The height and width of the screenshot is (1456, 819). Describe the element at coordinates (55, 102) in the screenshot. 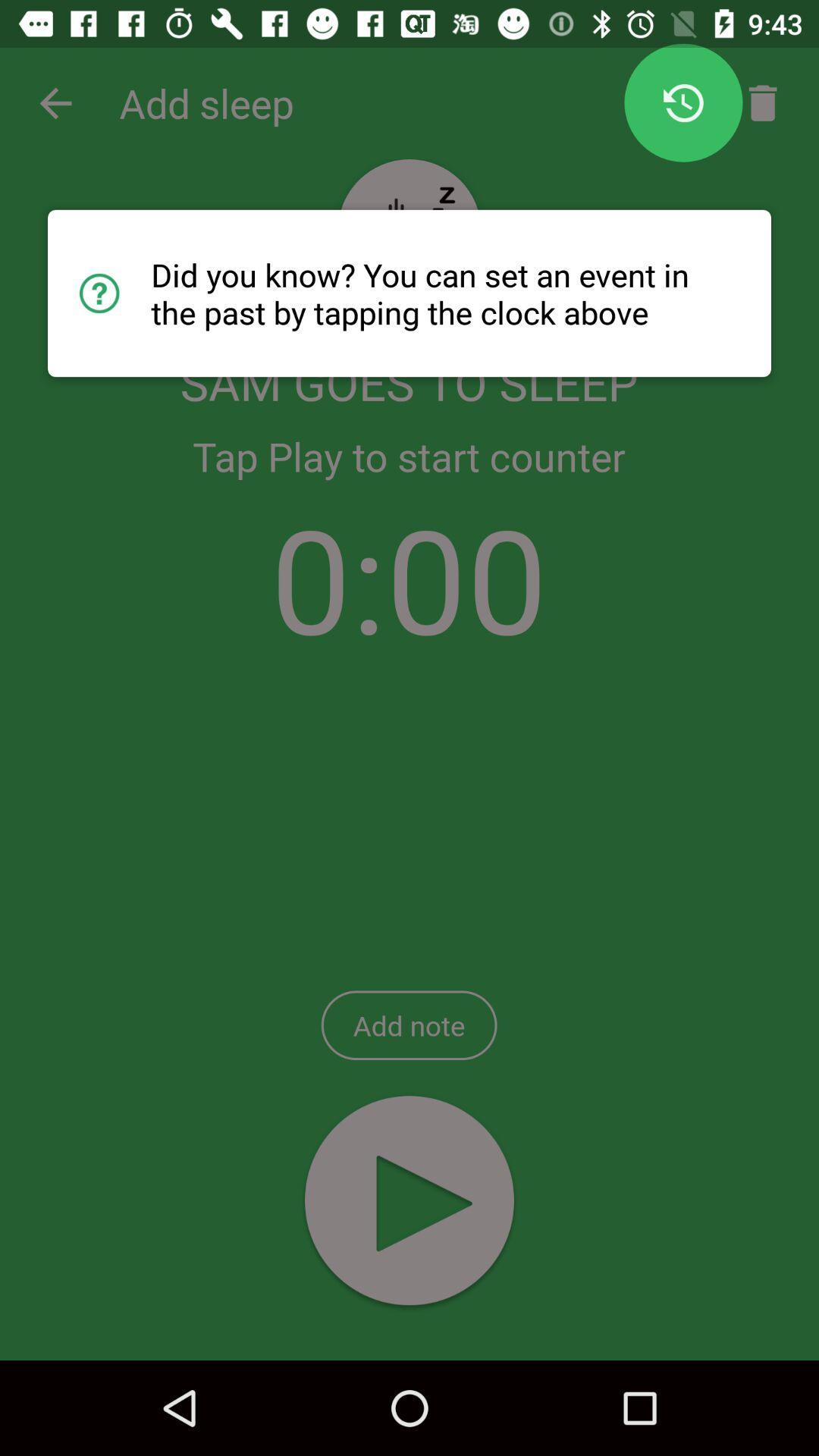

I see `item next to the add sleep` at that location.